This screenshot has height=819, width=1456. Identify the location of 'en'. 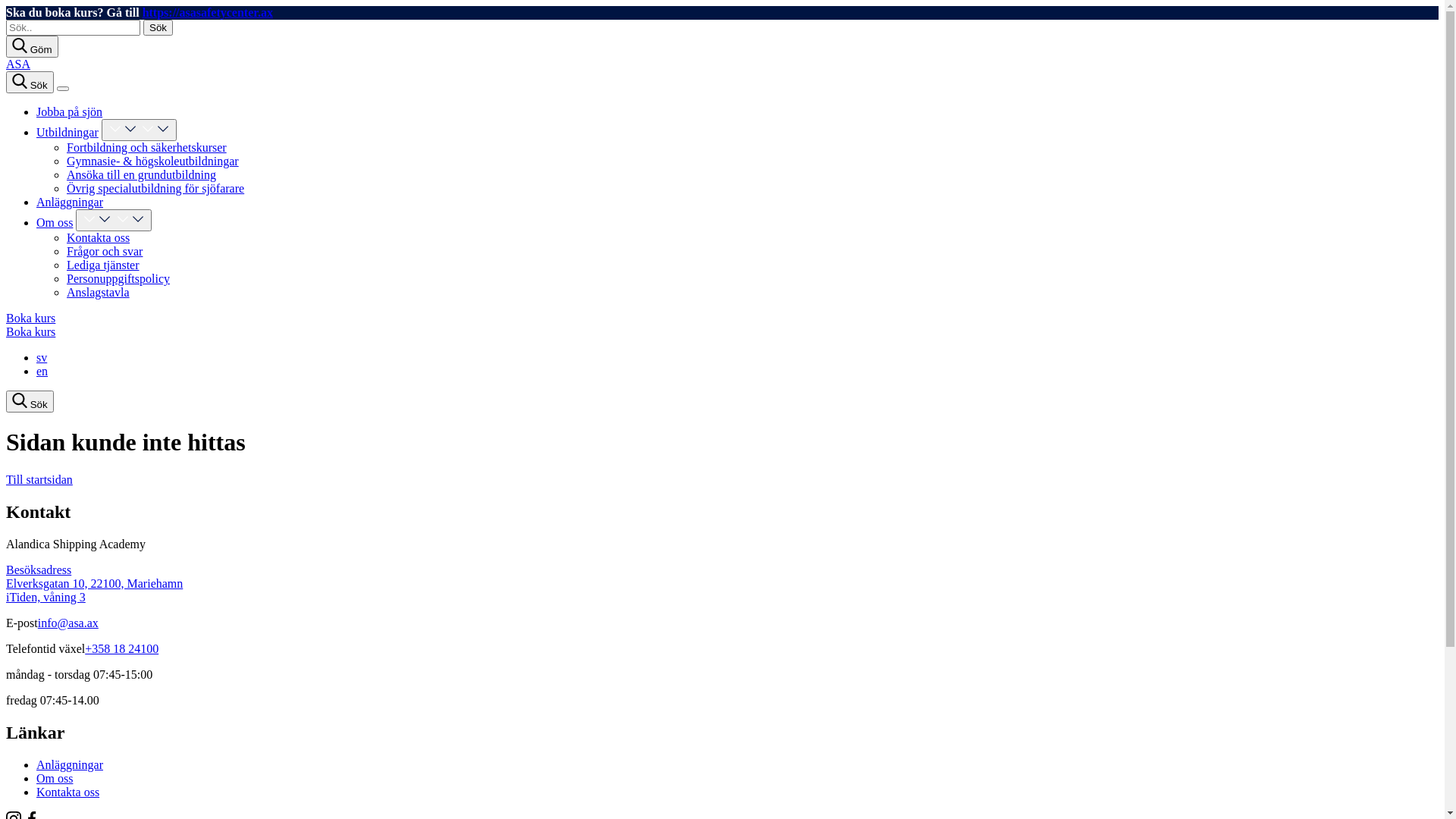
(42, 371).